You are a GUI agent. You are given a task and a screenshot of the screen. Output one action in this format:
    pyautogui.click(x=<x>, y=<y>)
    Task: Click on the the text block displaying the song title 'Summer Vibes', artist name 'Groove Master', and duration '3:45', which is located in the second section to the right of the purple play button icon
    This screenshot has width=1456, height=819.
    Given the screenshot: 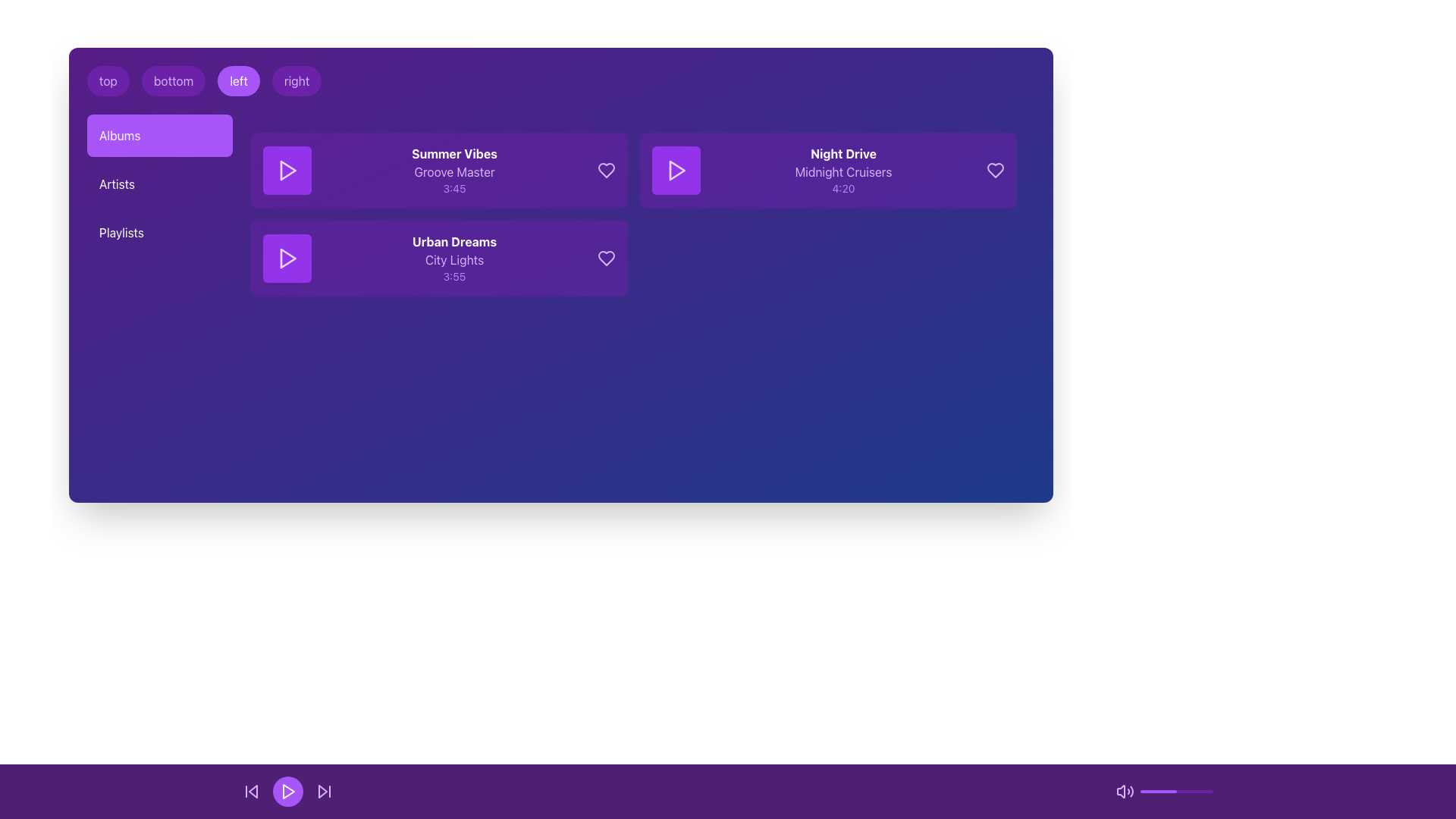 What is the action you would take?
    pyautogui.click(x=453, y=170)
    